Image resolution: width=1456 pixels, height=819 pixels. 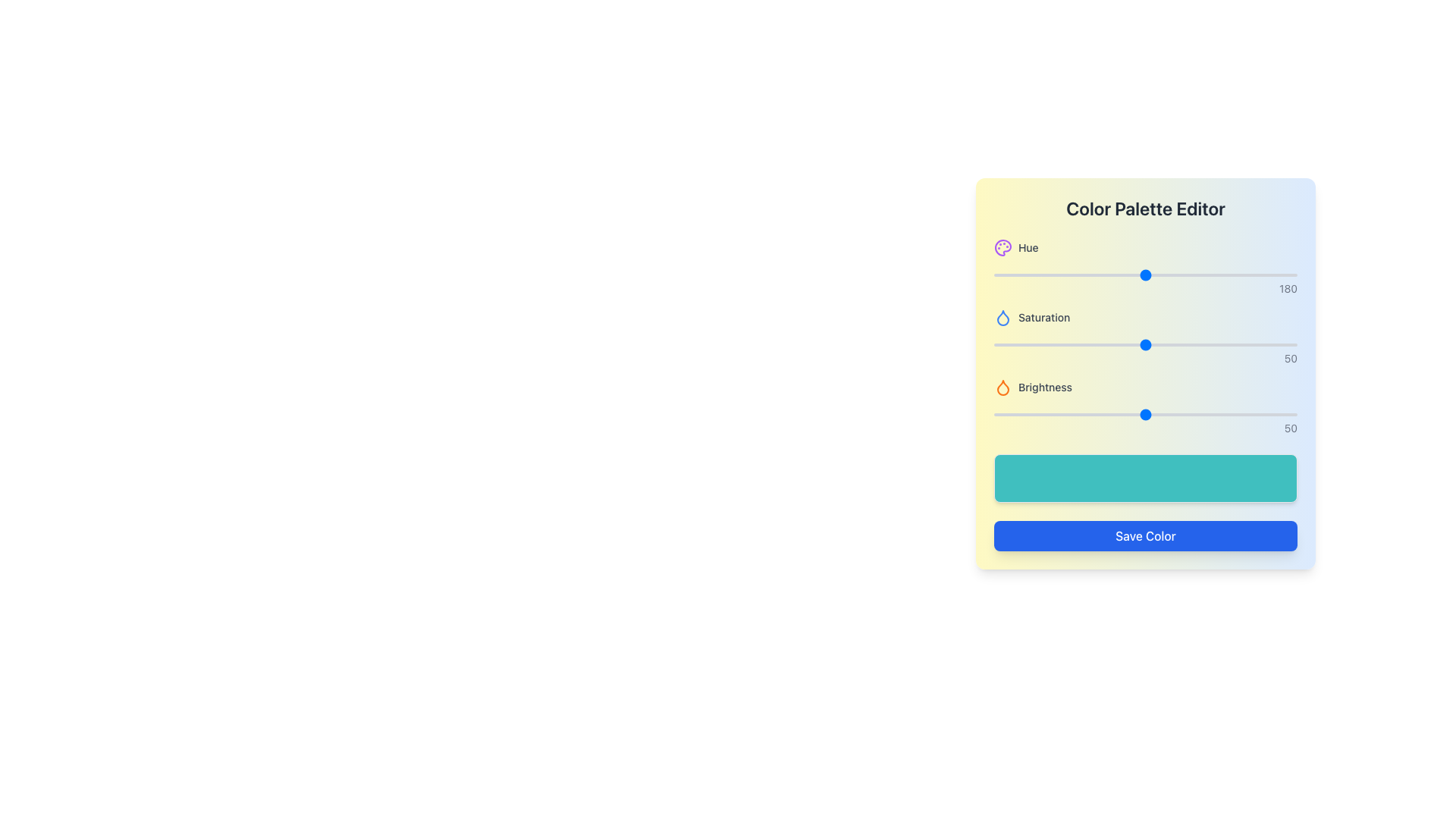 I want to click on the brightness, so click(x=1030, y=415).